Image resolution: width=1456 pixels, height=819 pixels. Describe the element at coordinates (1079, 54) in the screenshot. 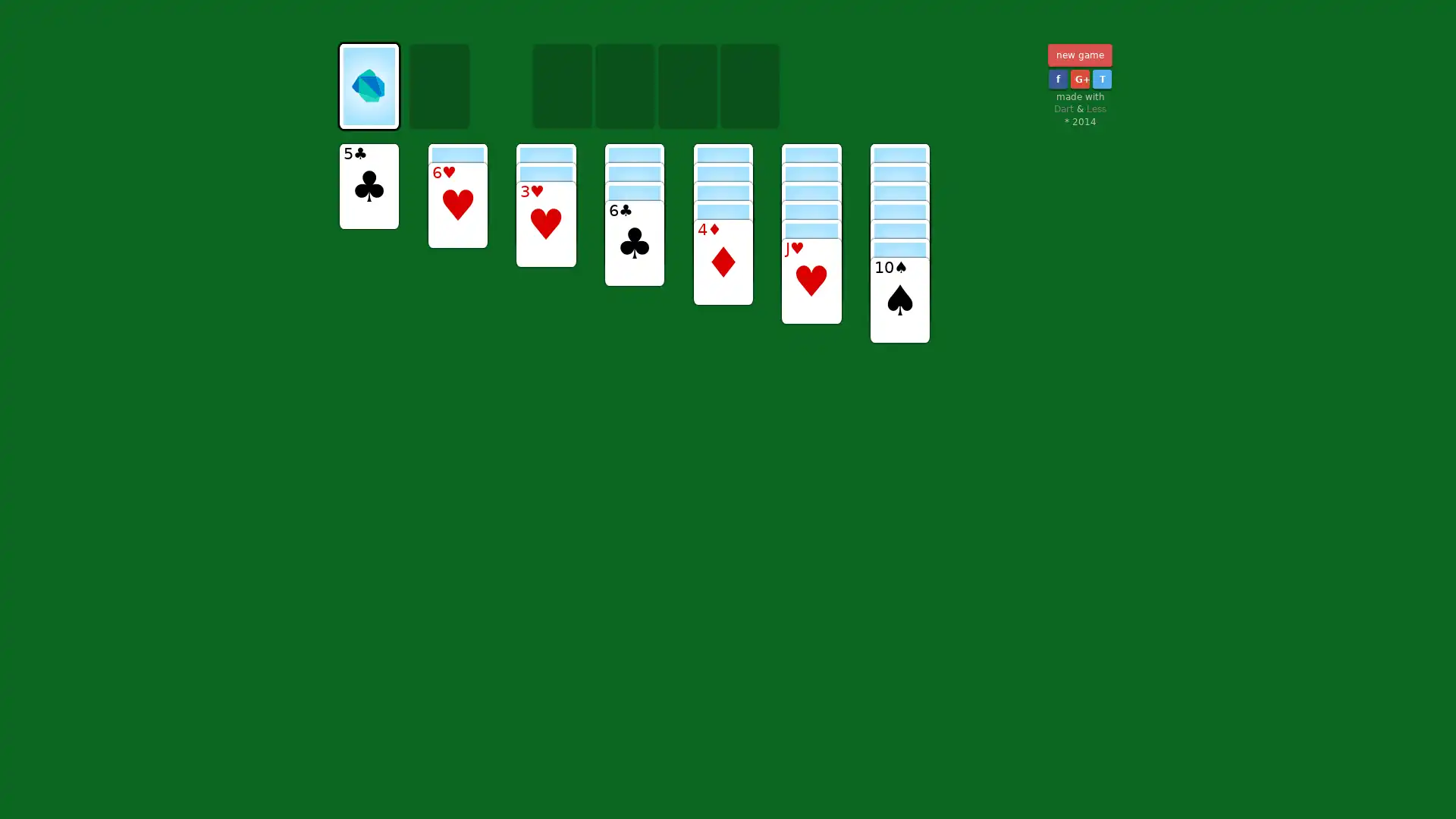

I see `new game` at that location.